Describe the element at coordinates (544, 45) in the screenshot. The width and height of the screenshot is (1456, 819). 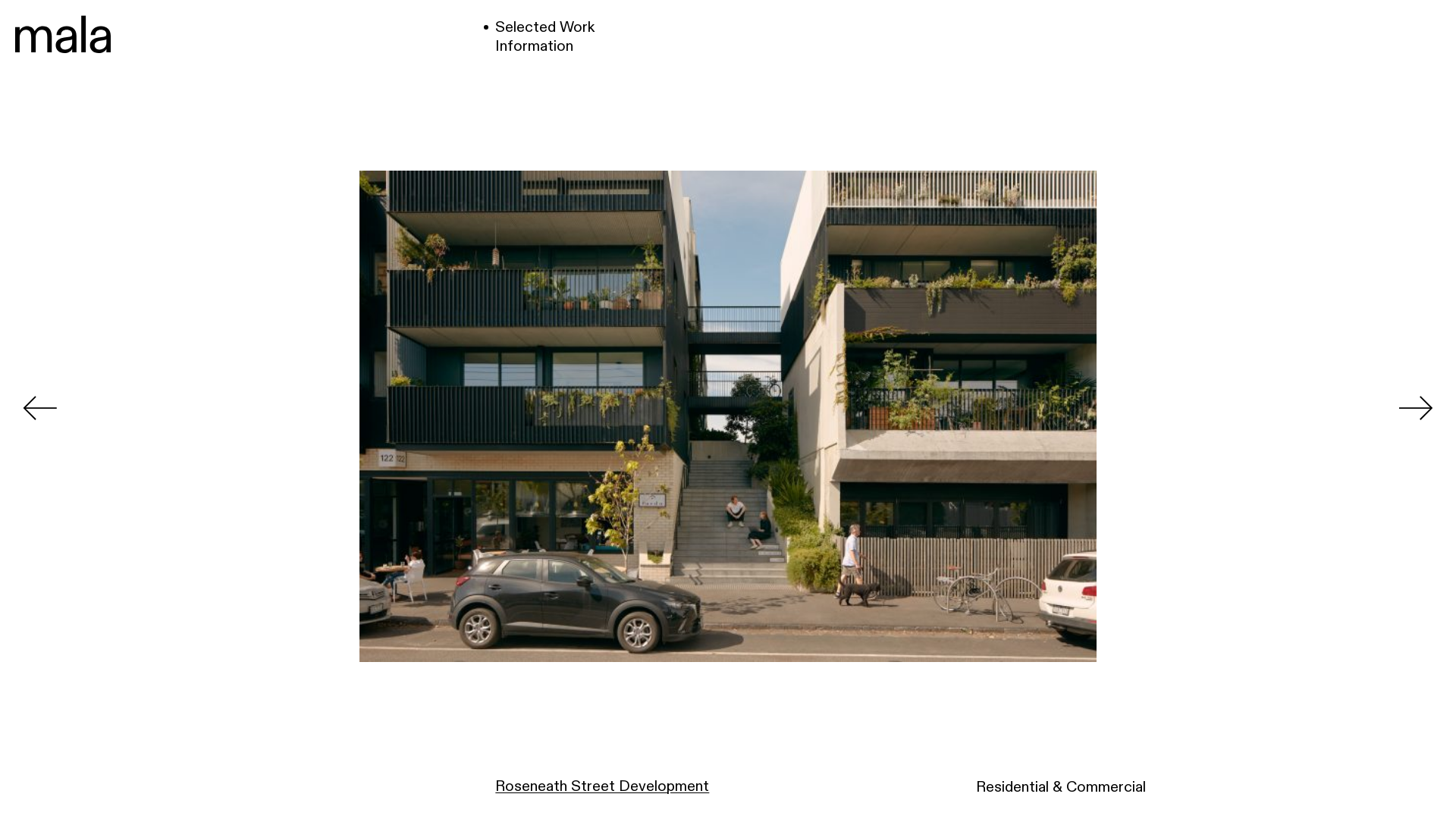
I see `'Information'` at that location.